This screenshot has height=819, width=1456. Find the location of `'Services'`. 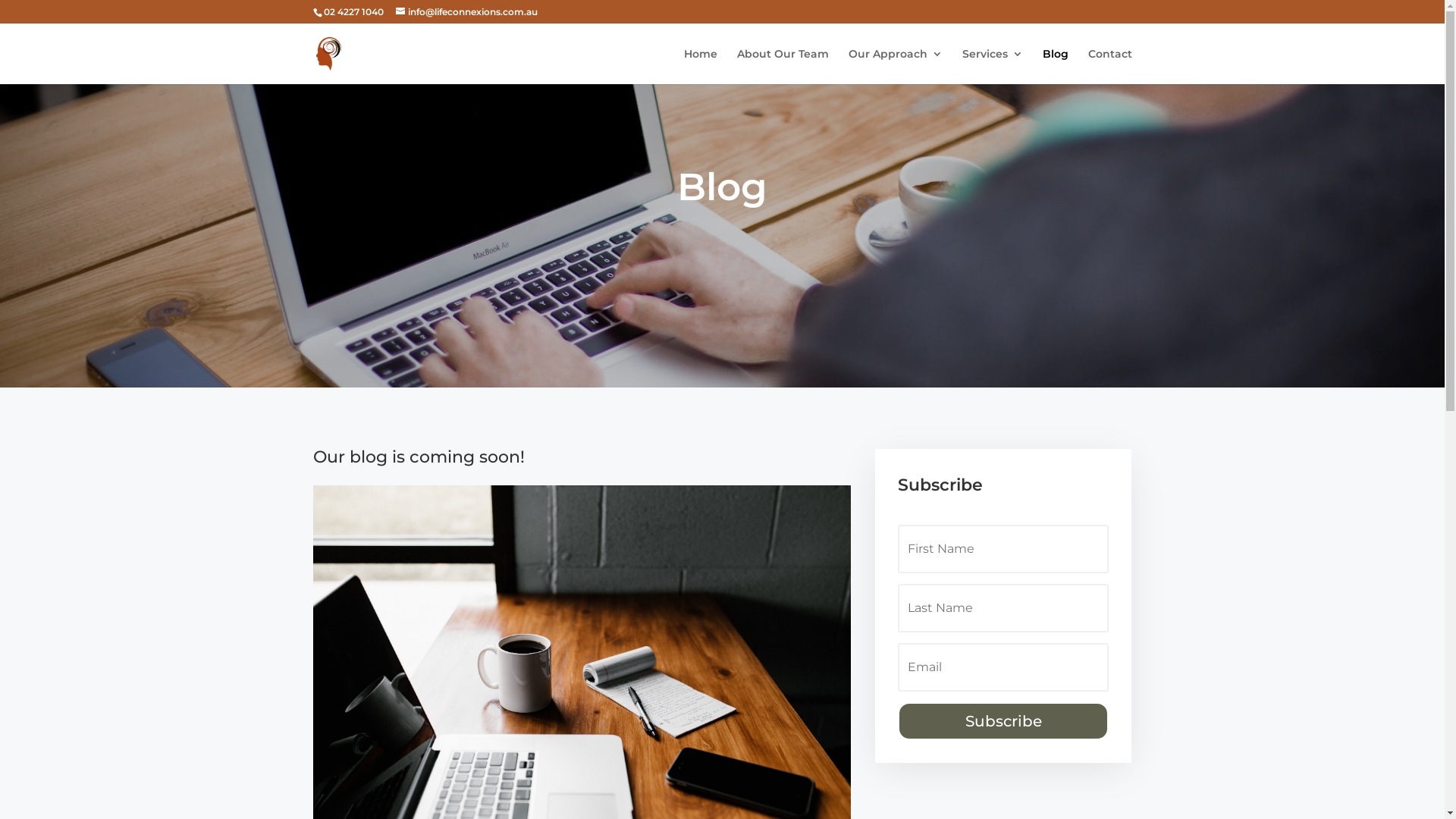

'Services' is located at coordinates (991, 65).